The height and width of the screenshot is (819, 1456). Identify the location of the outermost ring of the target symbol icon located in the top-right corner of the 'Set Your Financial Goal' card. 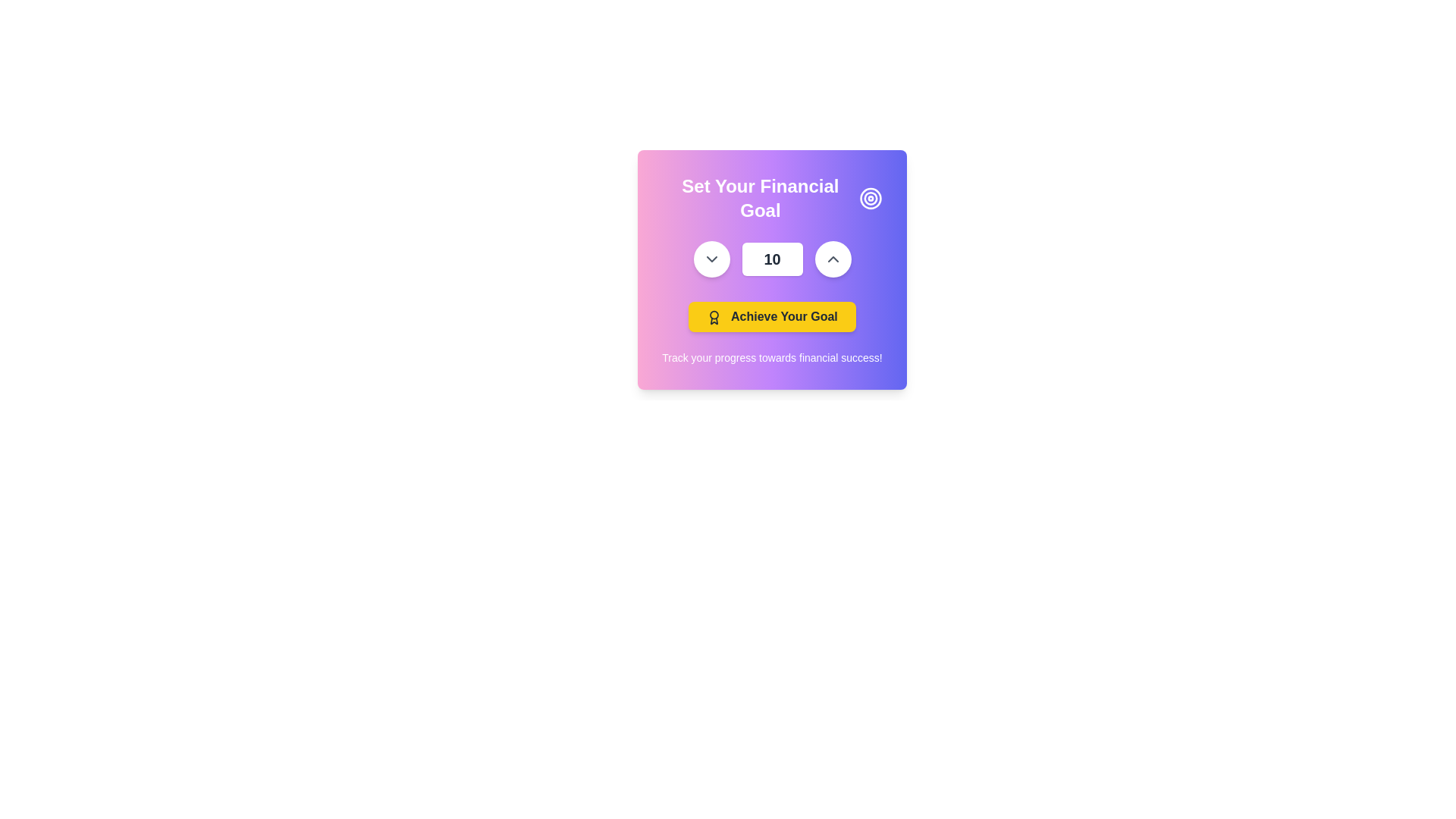
(871, 198).